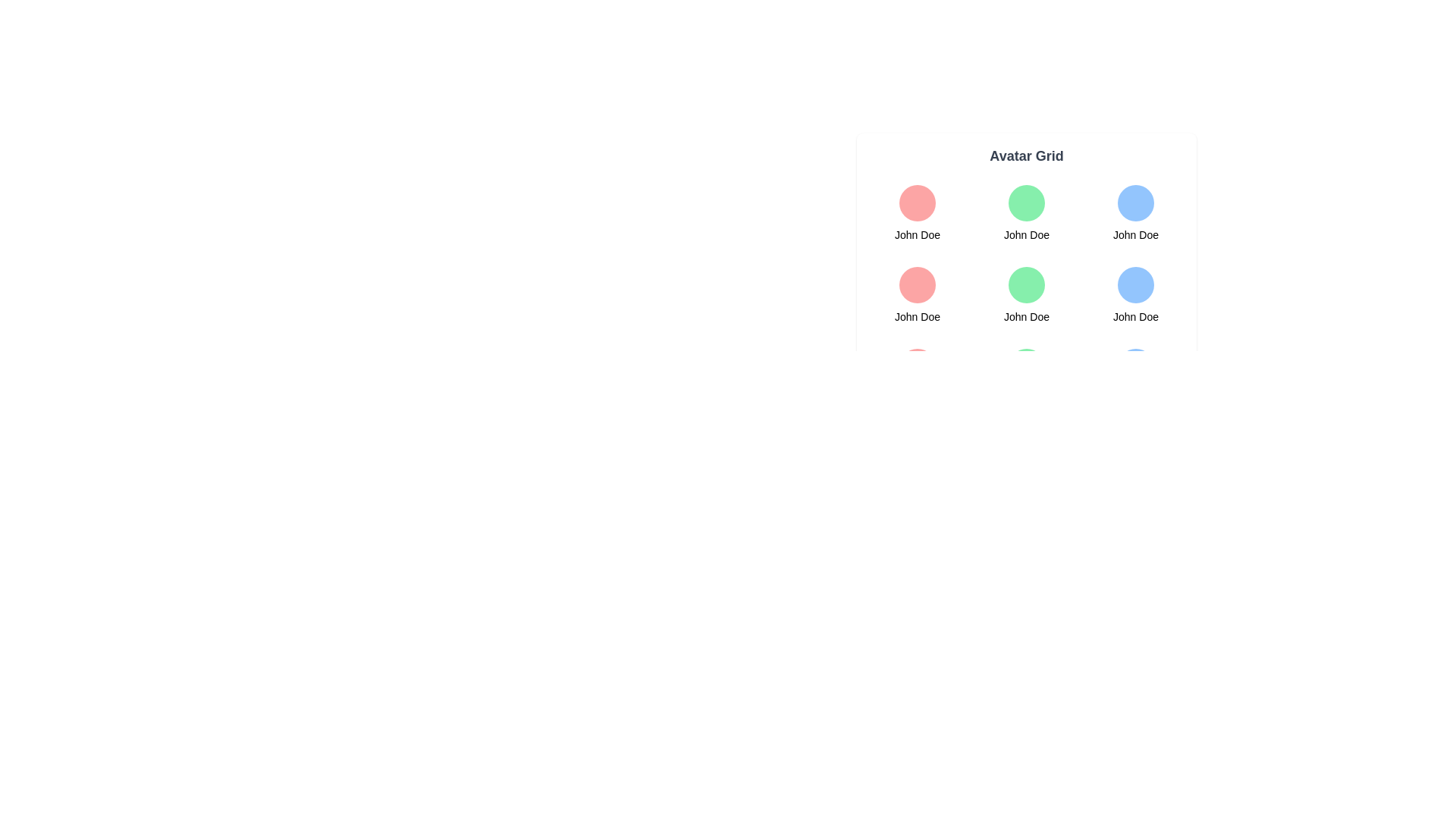 This screenshot has height=819, width=1456. What do you see at coordinates (916, 366) in the screenshot?
I see `the Circular Avatar element that visually represents the user 'John Doe', located in the bottom left corner of the grid` at bounding box center [916, 366].